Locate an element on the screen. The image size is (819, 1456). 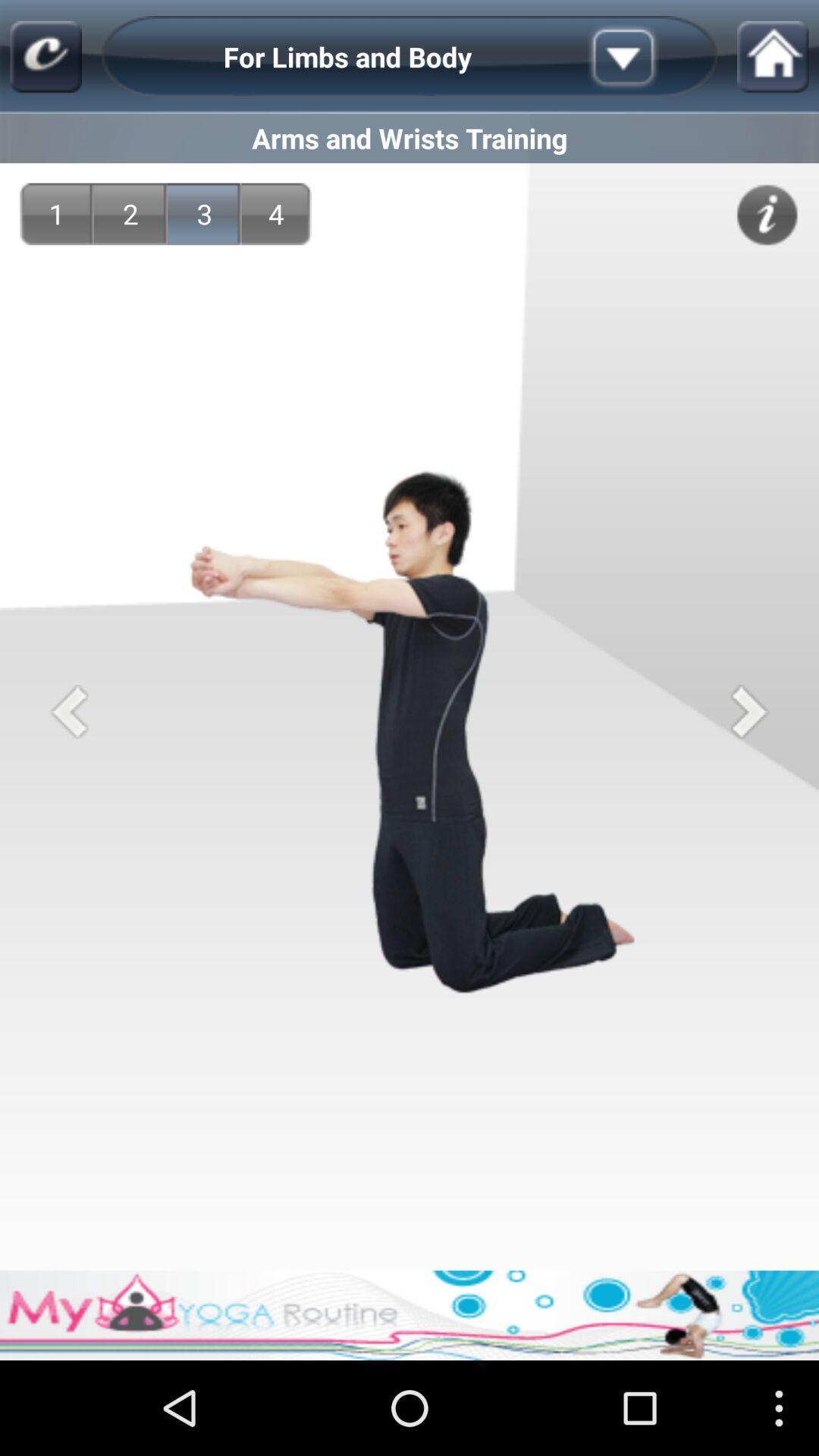
next arrow is located at coordinates (748, 711).